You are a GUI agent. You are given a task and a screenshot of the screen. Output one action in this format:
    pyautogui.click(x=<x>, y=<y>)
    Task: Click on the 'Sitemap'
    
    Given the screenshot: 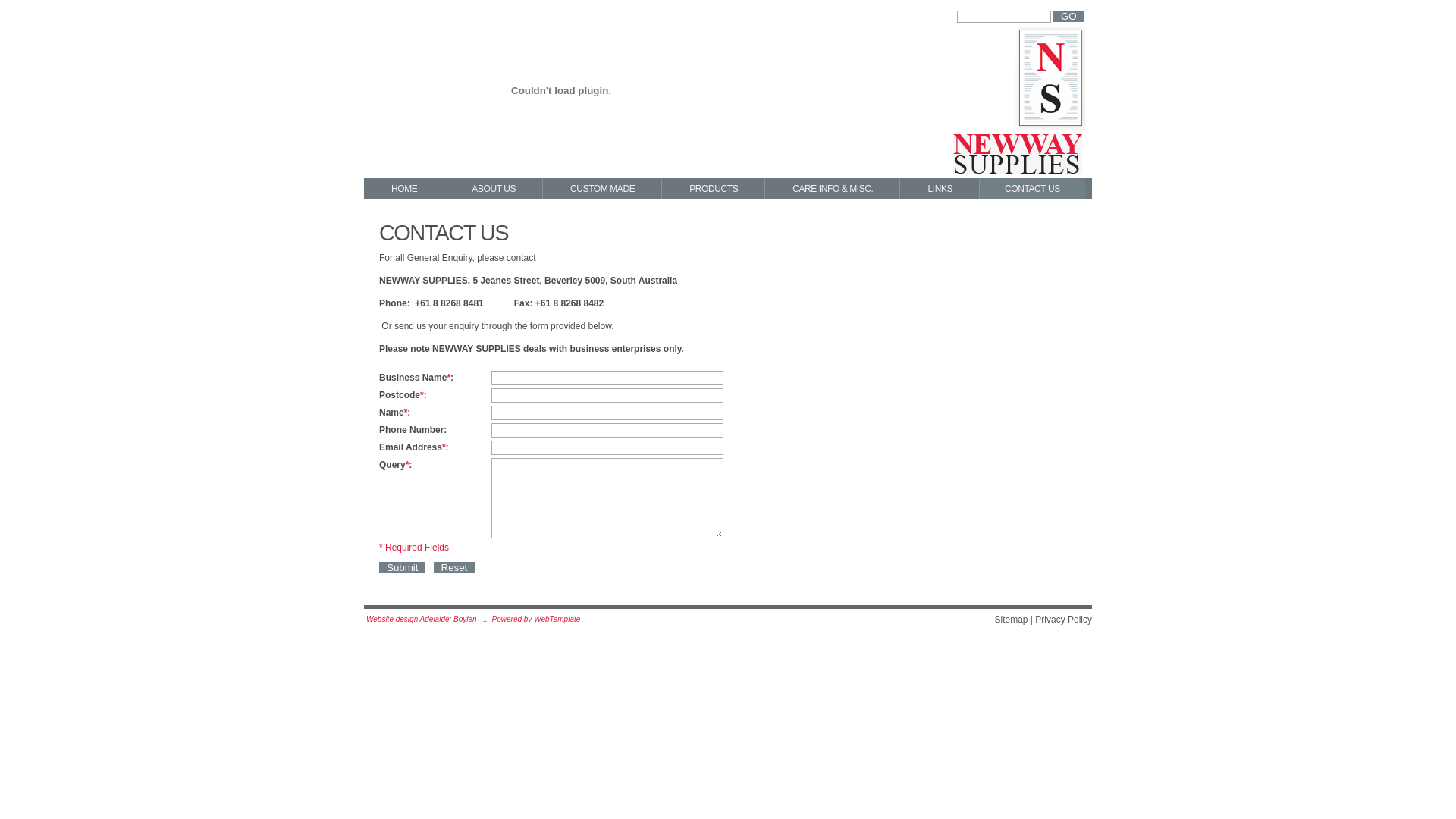 What is the action you would take?
    pyautogui.click(x=1011, y=620)
    